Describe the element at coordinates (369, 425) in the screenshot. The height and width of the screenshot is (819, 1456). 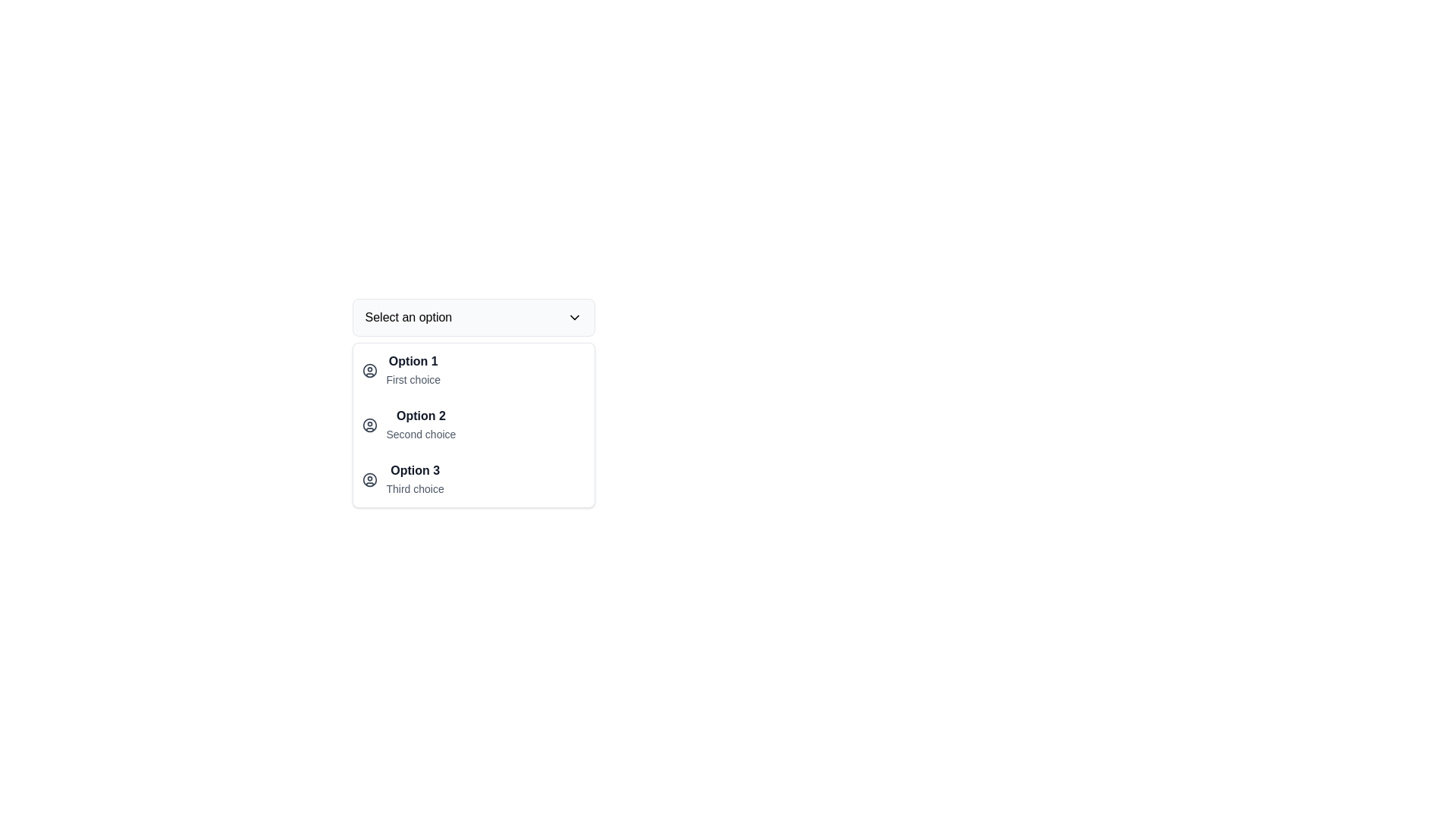
I see `the circular graphical element that is part of the icon representing 'Option 2' in the dropdown menu` at that location.